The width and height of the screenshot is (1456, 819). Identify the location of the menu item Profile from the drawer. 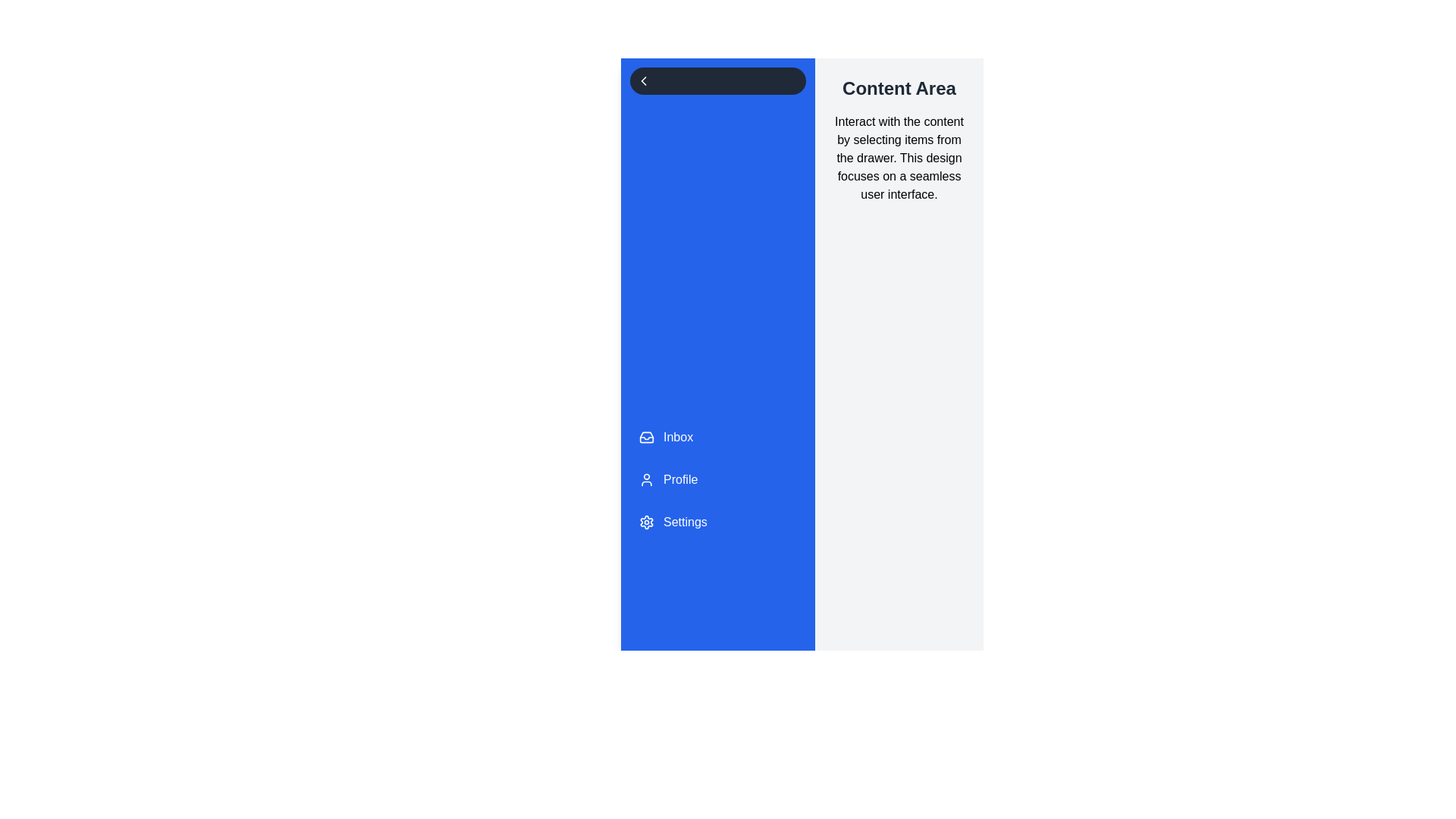
(717, 479).